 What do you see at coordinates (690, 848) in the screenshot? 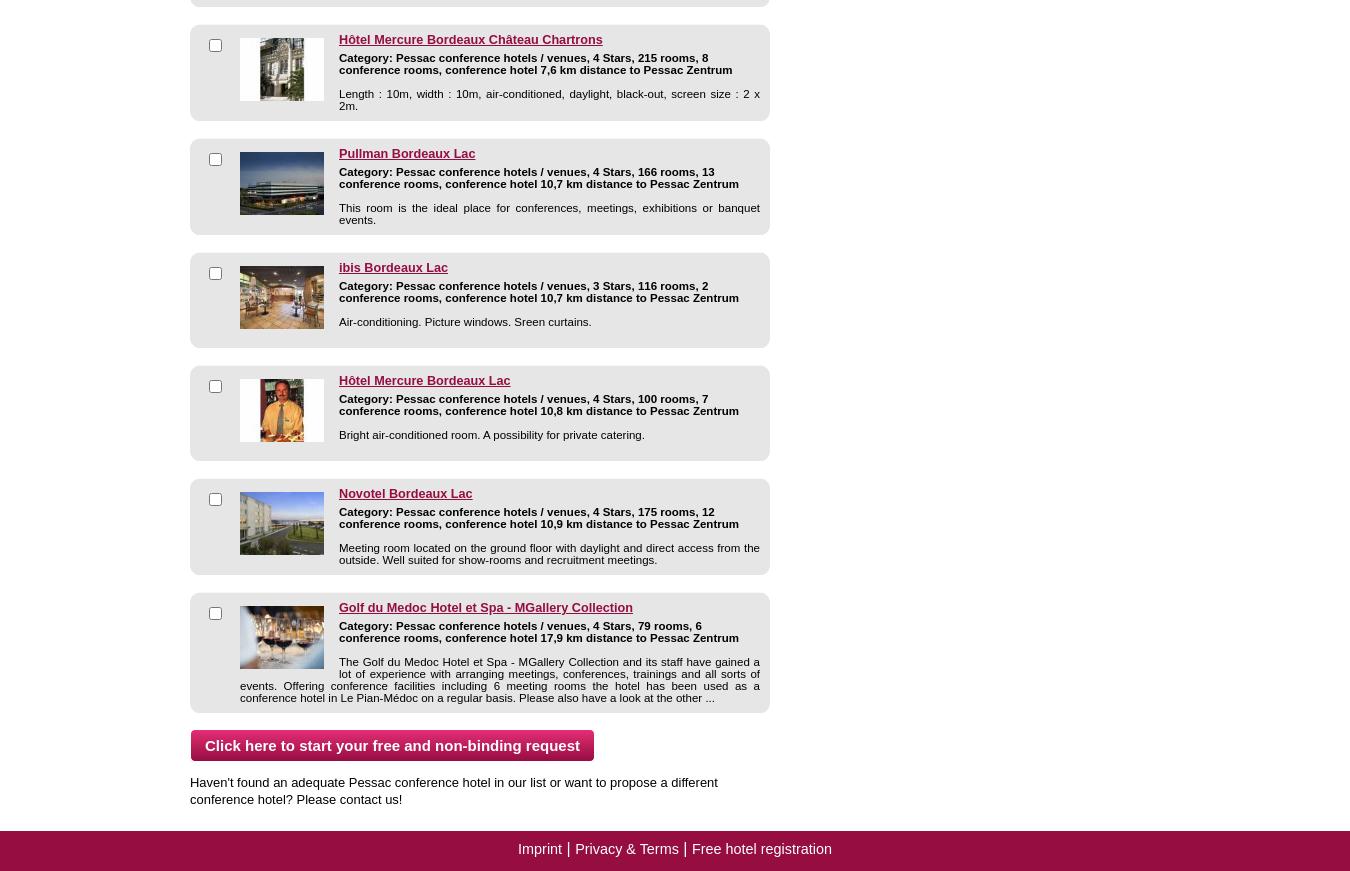
I see `'Free hotel registration'` at bounding box center [690, 848].